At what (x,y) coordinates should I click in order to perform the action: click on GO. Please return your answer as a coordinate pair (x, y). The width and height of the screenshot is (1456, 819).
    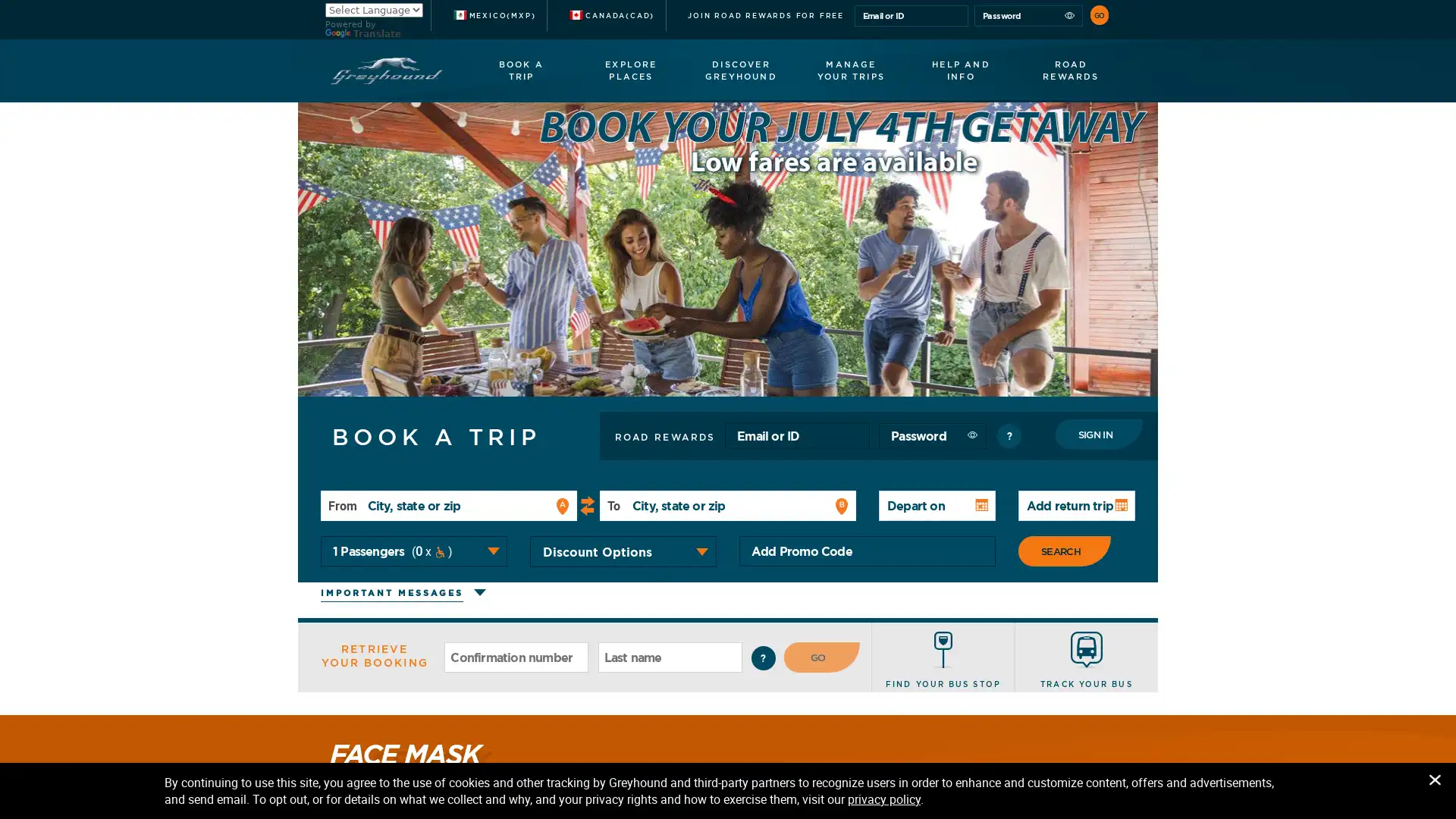
    Looking at the image, I should click on (1099, 14).